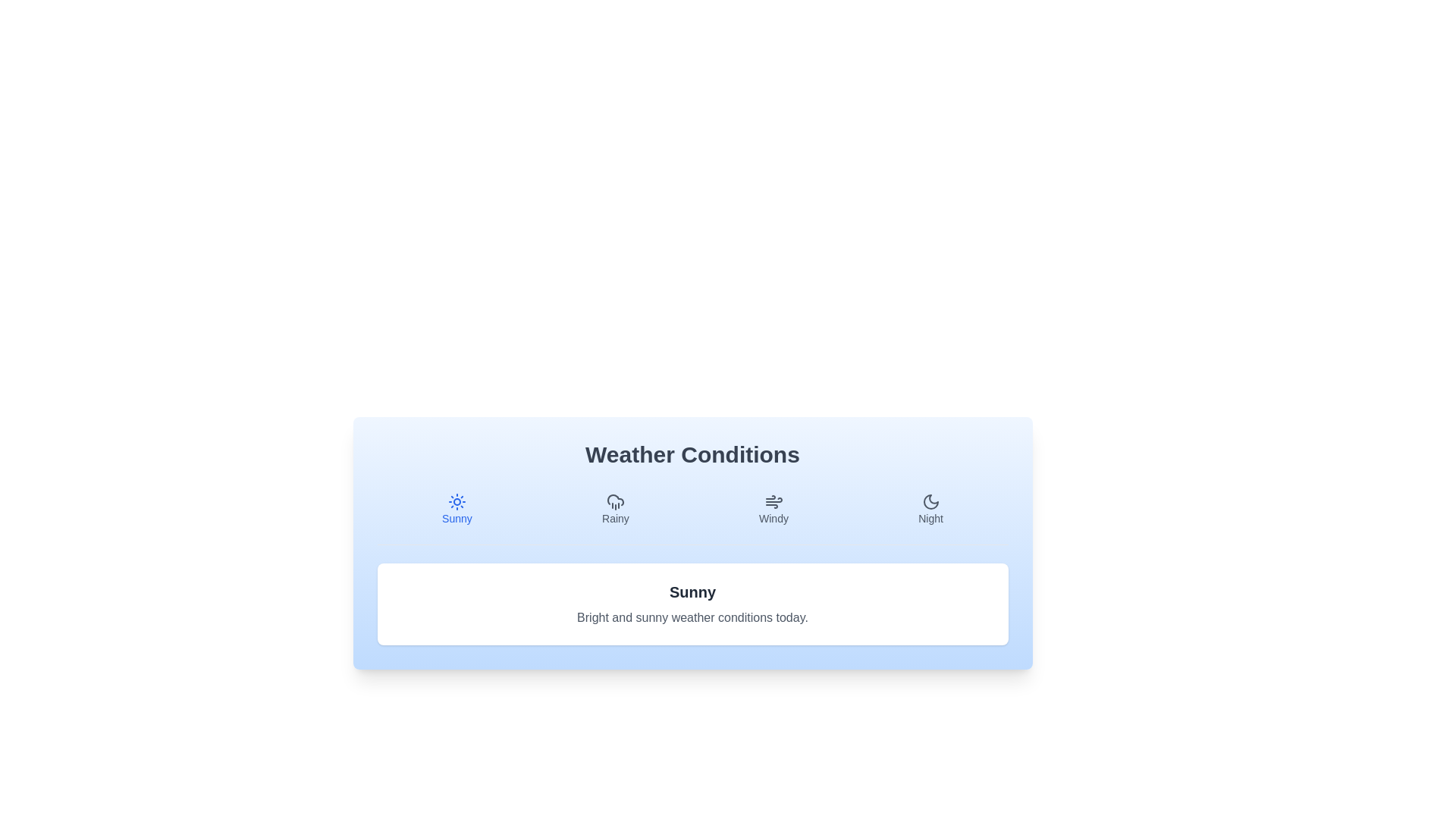 This screenshot has height=819, width=1456. Describe the element at coordinates (930, 509) in the screenshot. I see `the tab corresponding to Night to view its details` at that location.